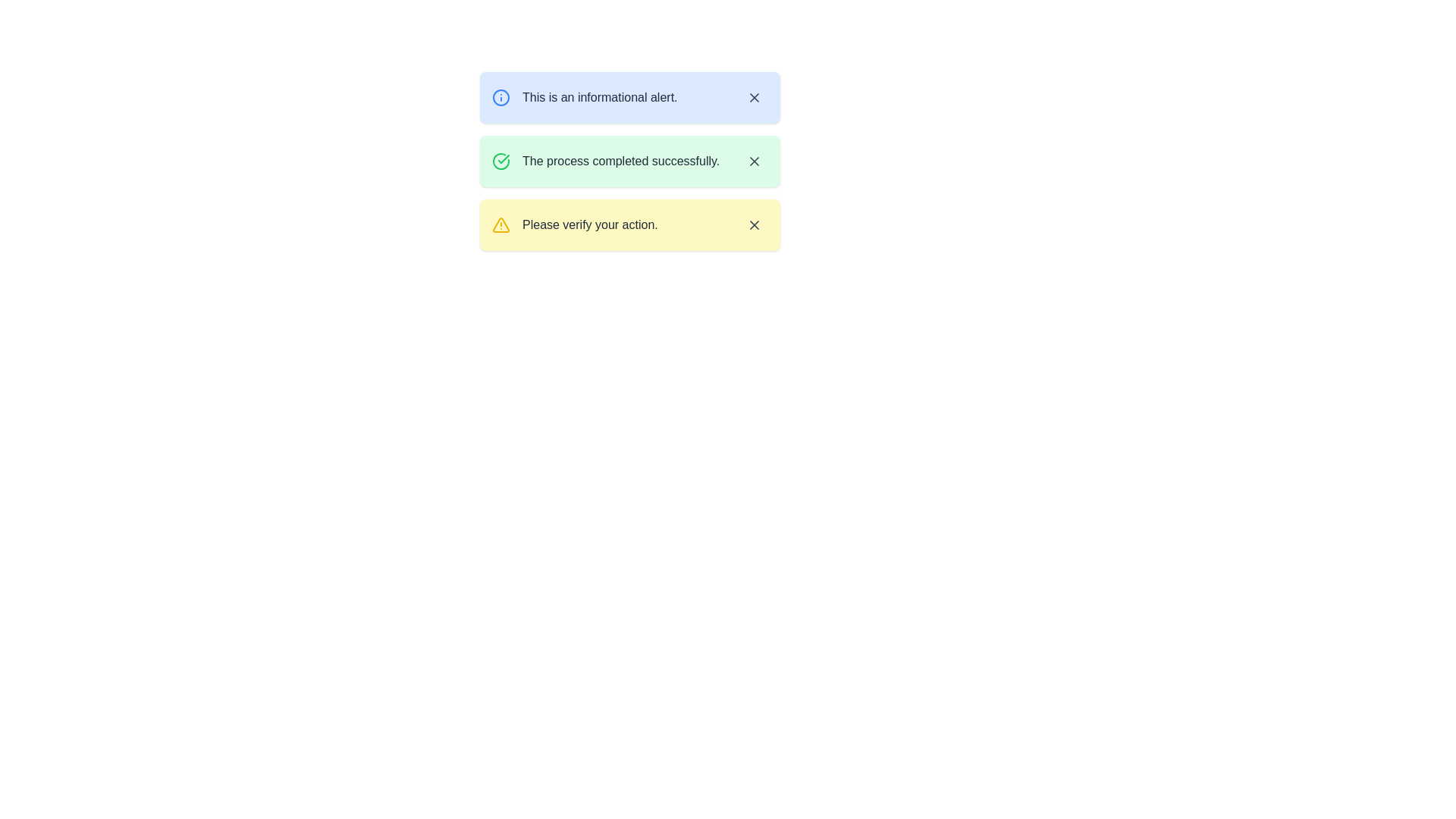 Image resolution: width=1456 pixels, height=819 pixels. I want to click on the close button located on the far right side of the informational alert box that dismisses the alert, so click(754, 97).